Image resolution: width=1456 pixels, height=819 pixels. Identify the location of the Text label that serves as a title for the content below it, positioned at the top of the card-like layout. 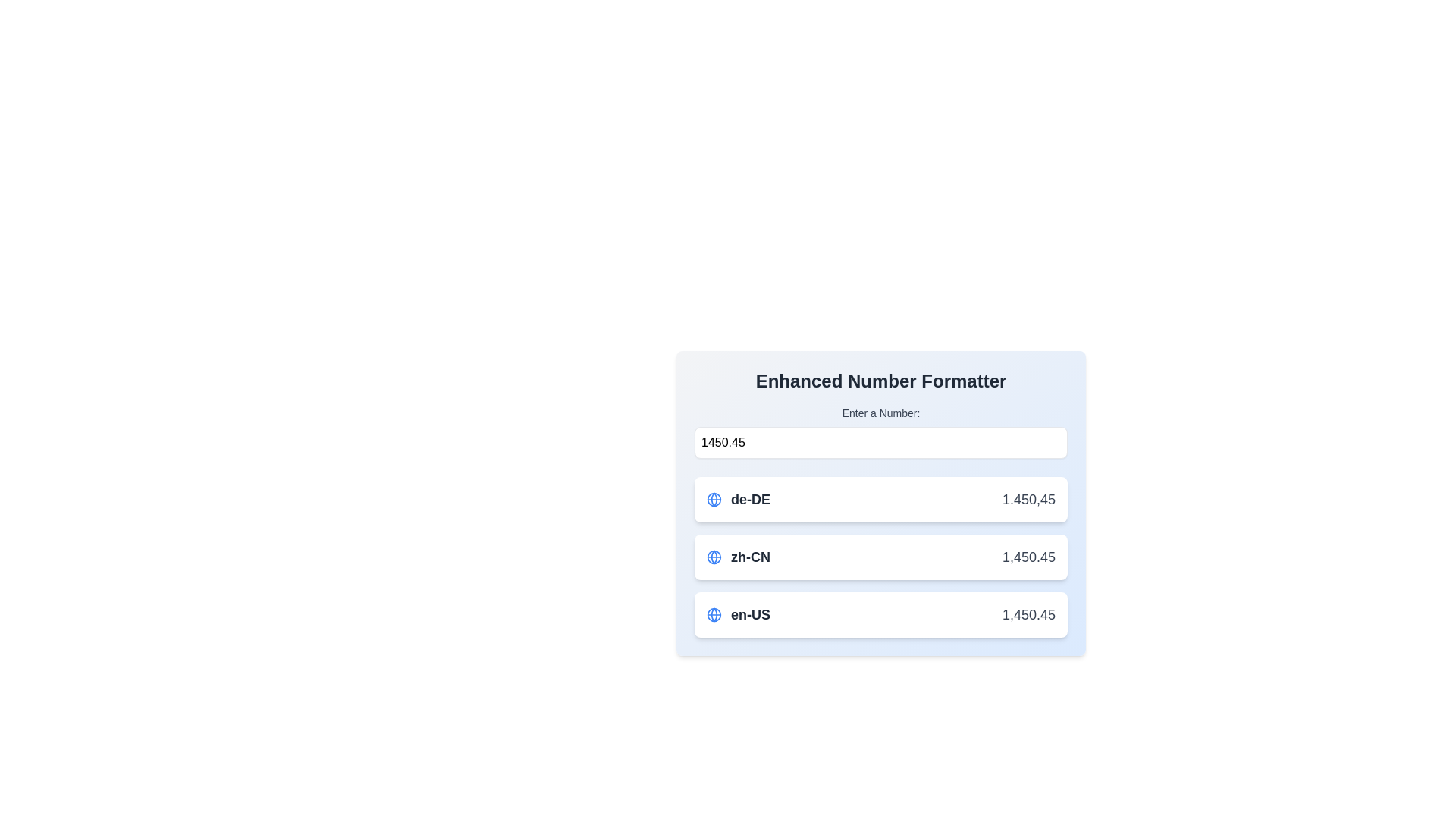
(880, 380).